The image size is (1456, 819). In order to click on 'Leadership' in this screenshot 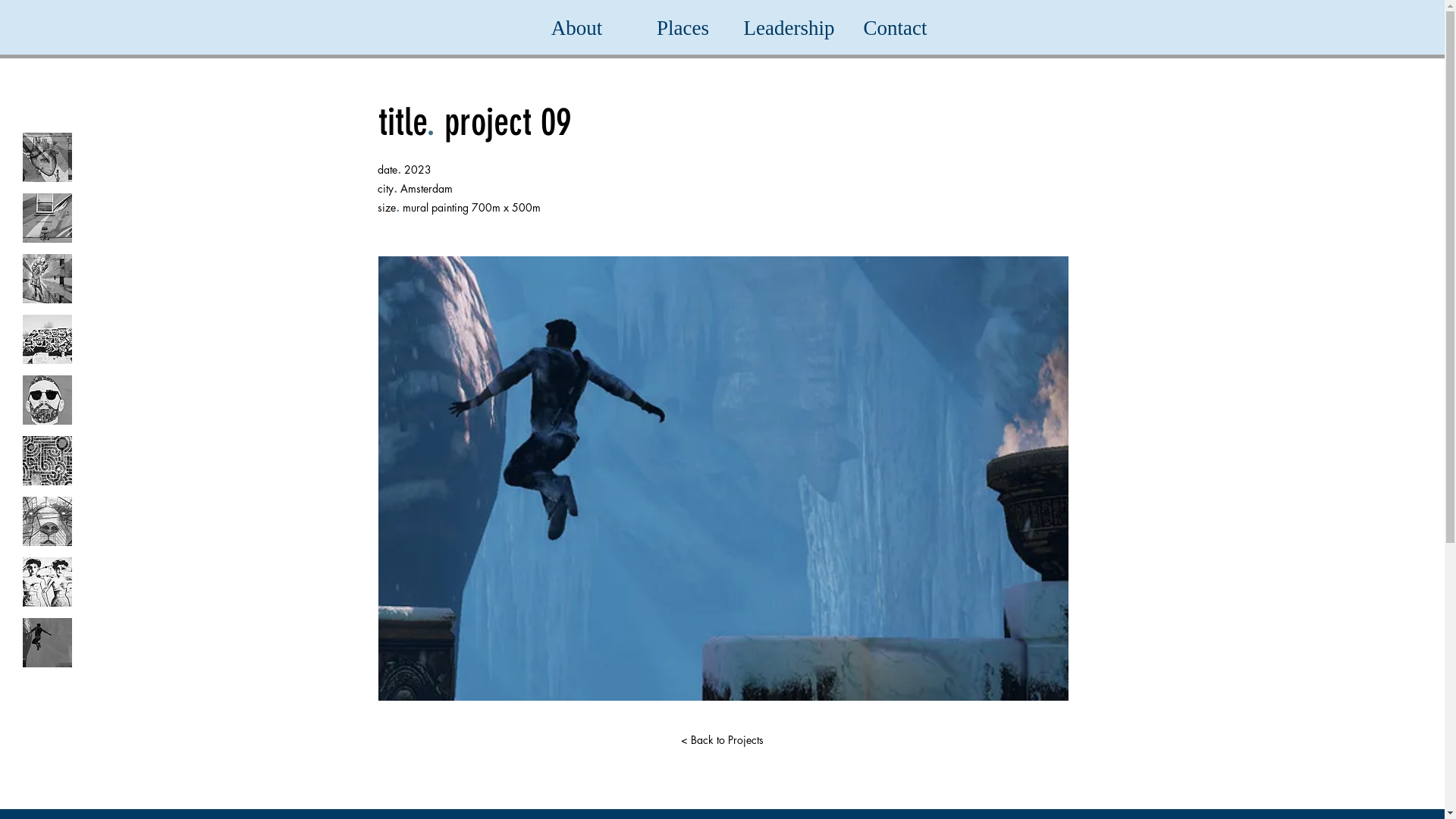, I will do `click(789, 28)`.